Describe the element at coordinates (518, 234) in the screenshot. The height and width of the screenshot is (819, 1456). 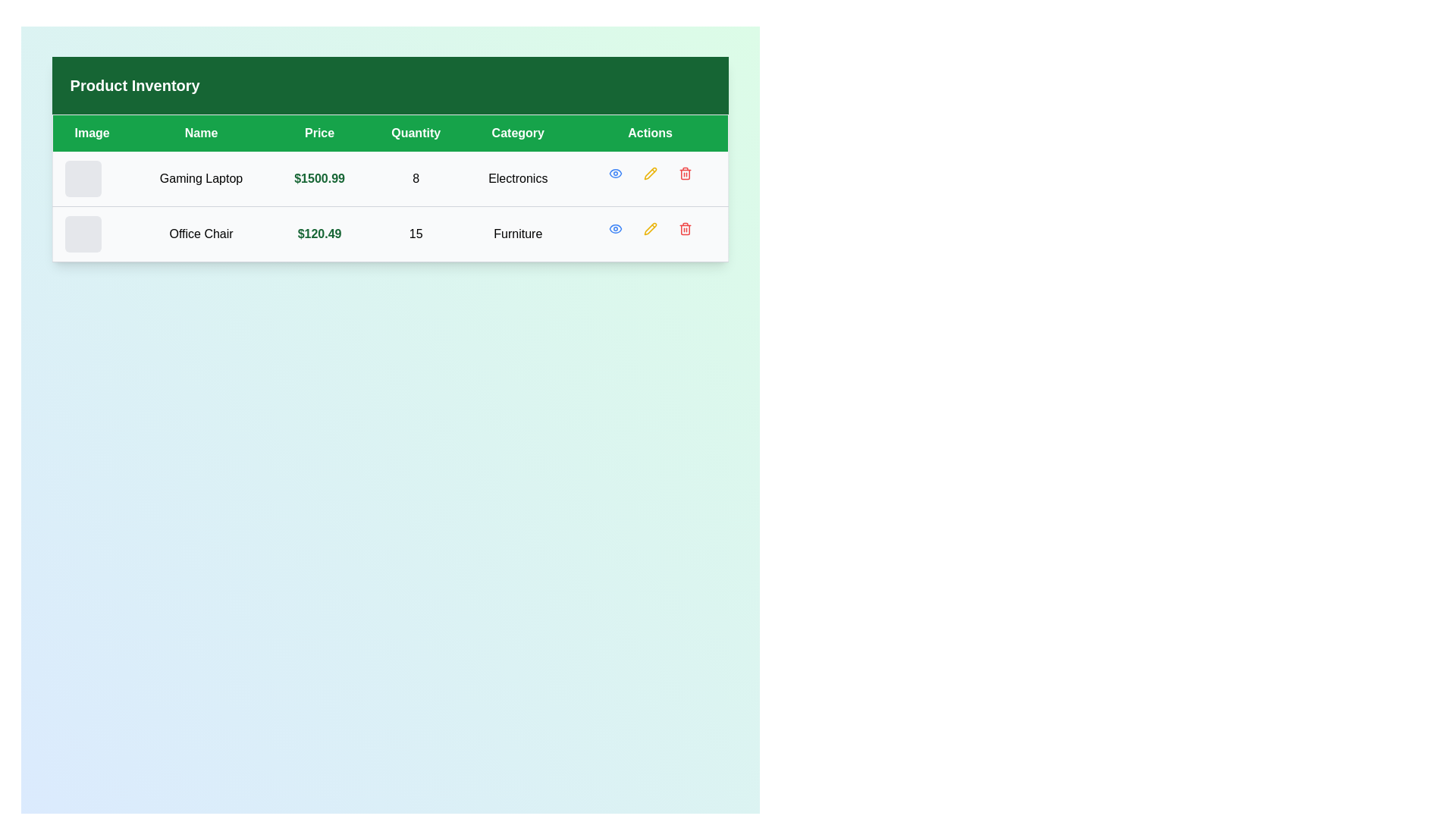
I see `the Text label in the 'Category' column of the second row, which describes the product classification for 'Office Chair'` at that location.